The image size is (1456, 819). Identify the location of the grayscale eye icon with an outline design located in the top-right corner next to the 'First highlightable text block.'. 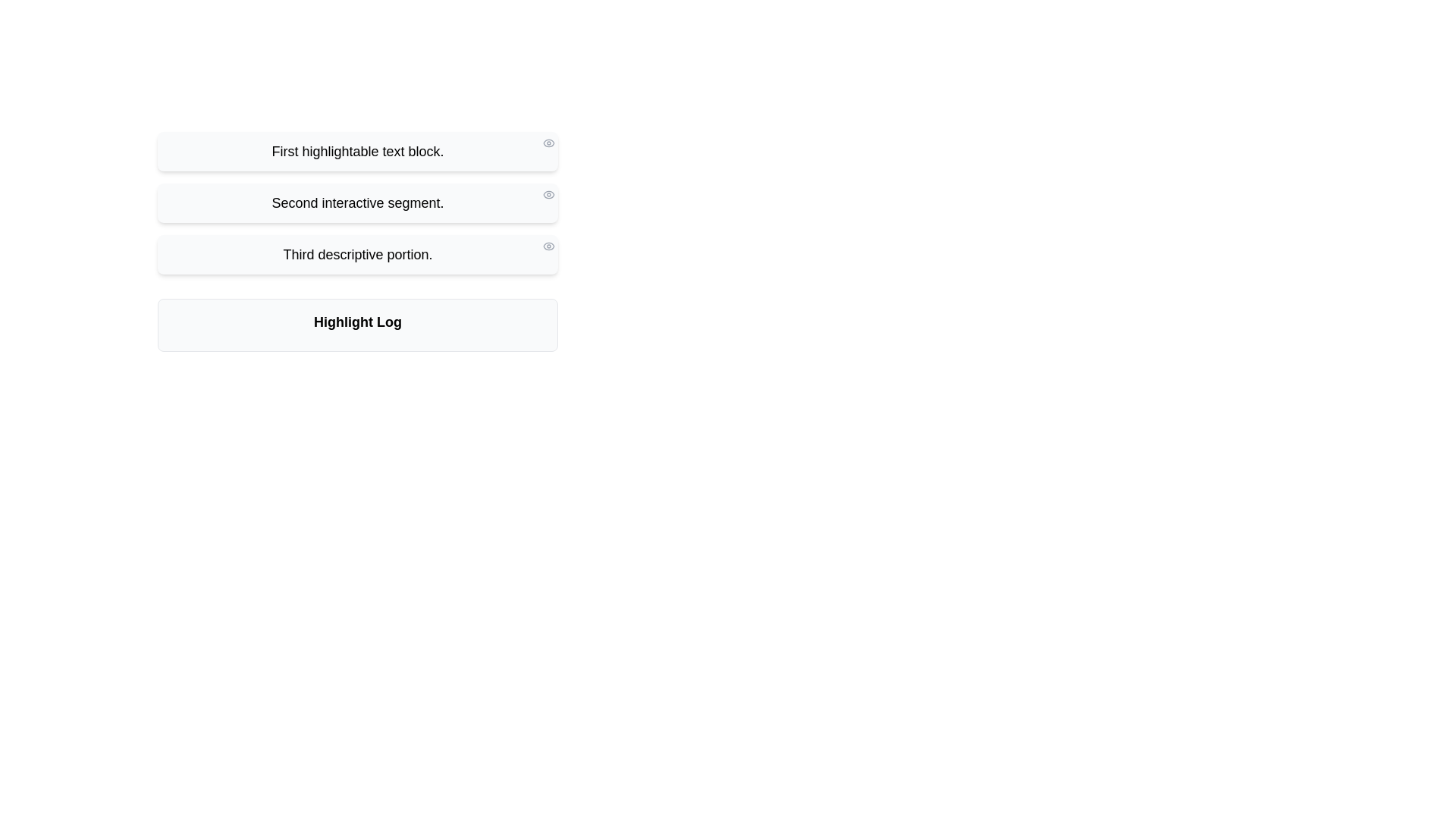
(548, 143).